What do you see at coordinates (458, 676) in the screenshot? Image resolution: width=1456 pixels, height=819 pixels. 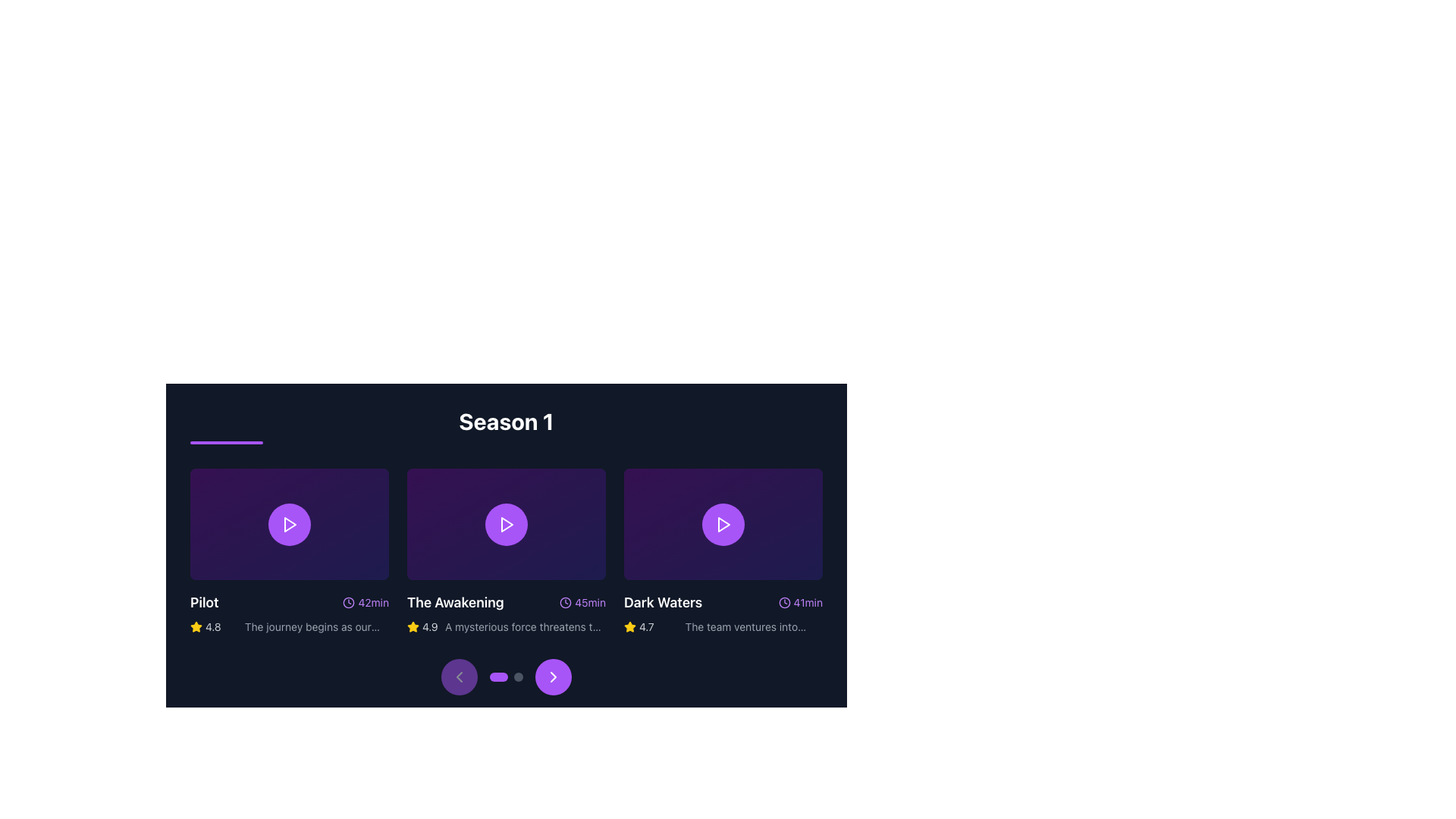 I see `the left-pointing arrow icon inside the circular button located in the navigation section below the 'Season 1' section title` at bounding box center [458, 676].